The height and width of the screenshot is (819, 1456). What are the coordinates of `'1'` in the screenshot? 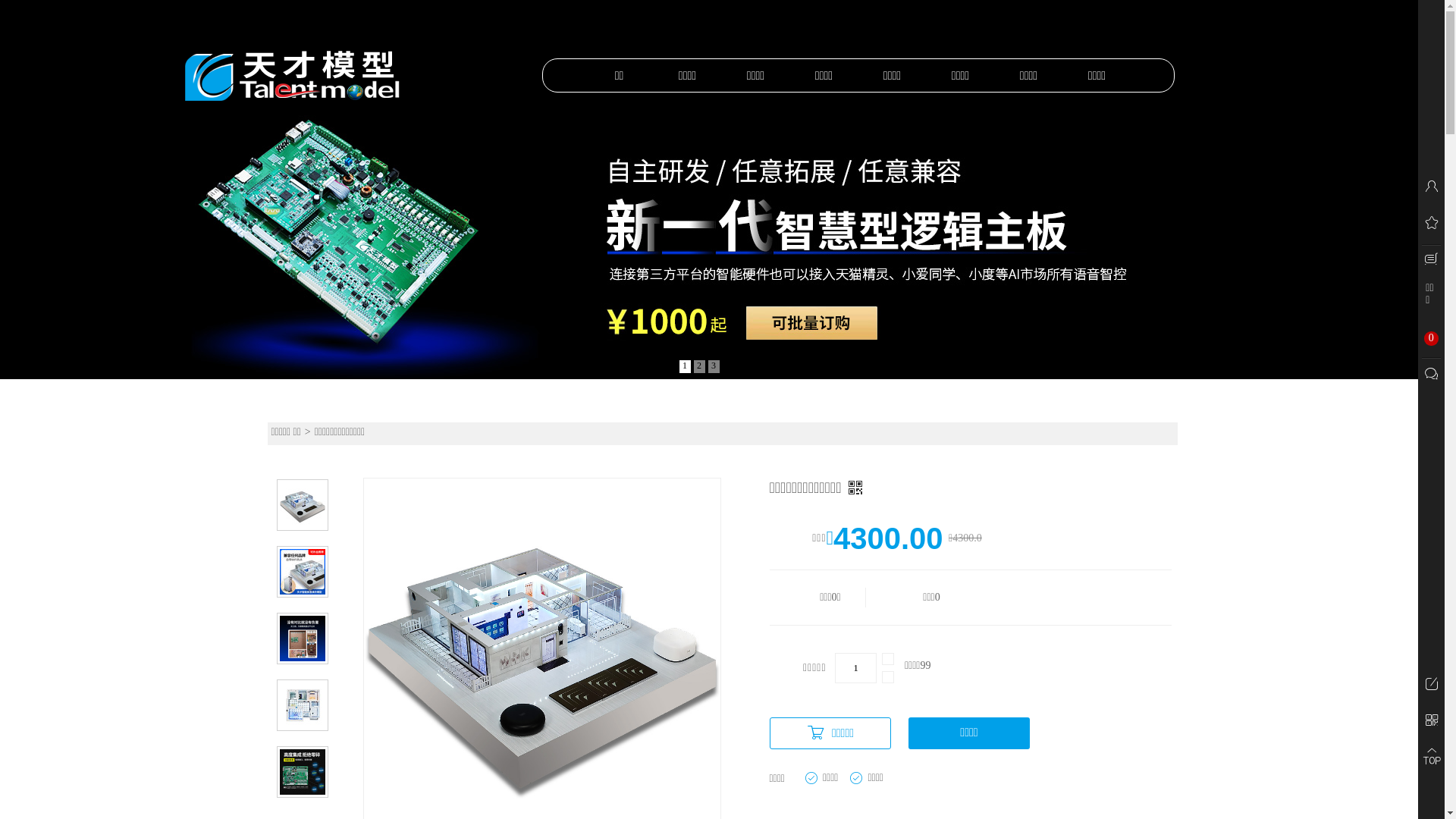 It's located at (684, 366).